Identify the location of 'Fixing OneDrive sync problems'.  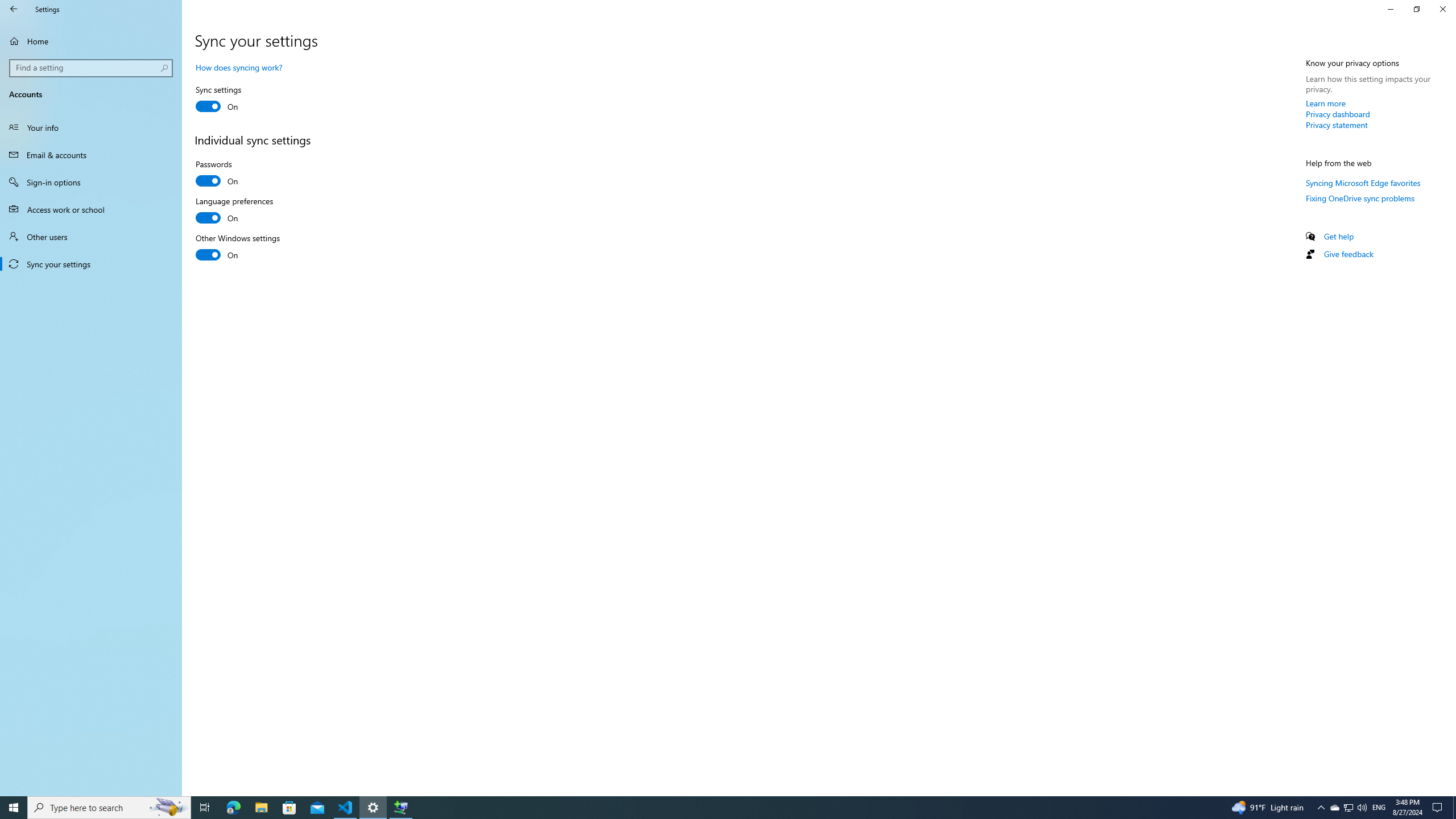
(1359, 198).